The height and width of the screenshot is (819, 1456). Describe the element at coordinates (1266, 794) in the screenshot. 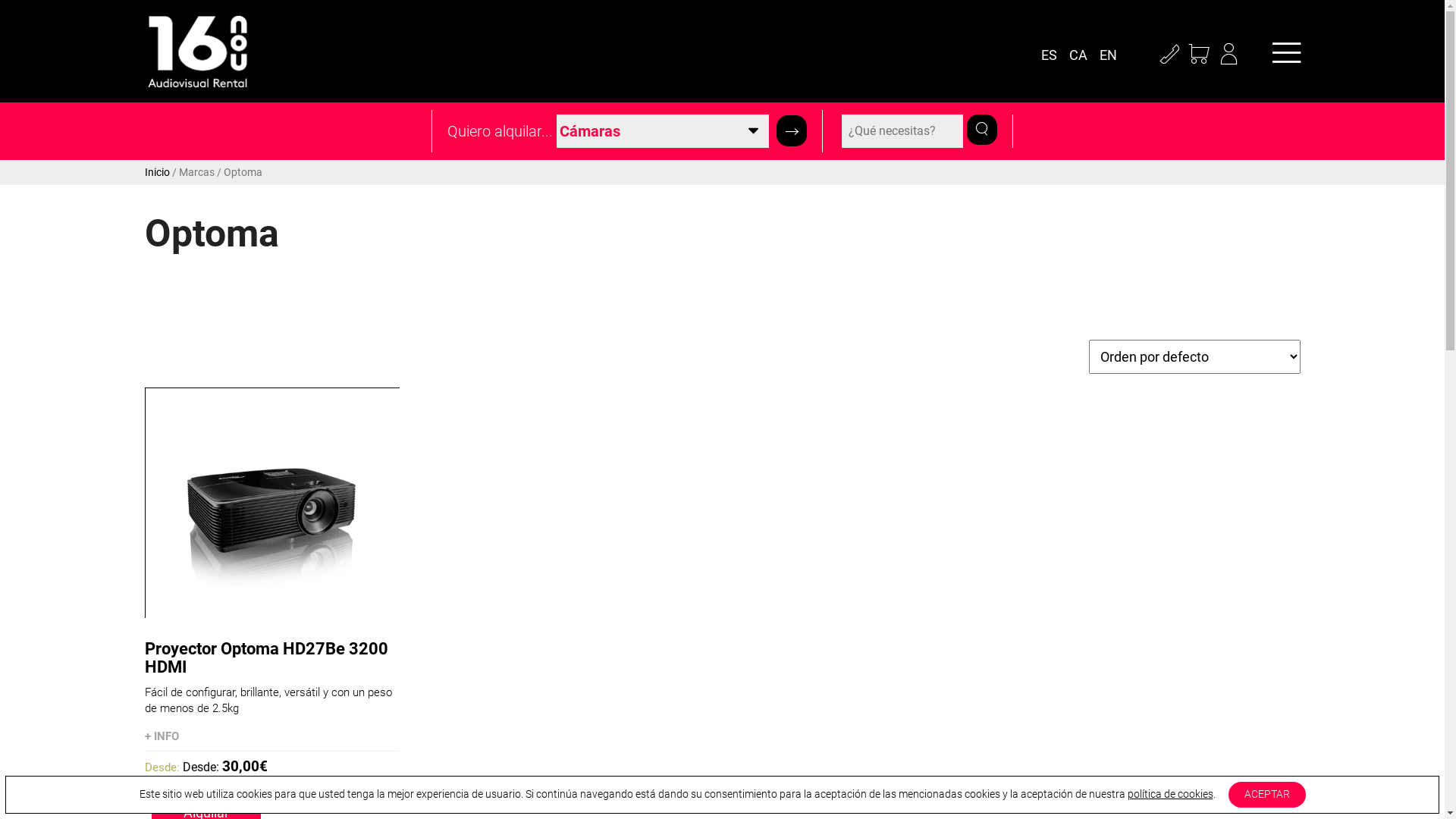

I see `'ACEPTAR'` at that location.